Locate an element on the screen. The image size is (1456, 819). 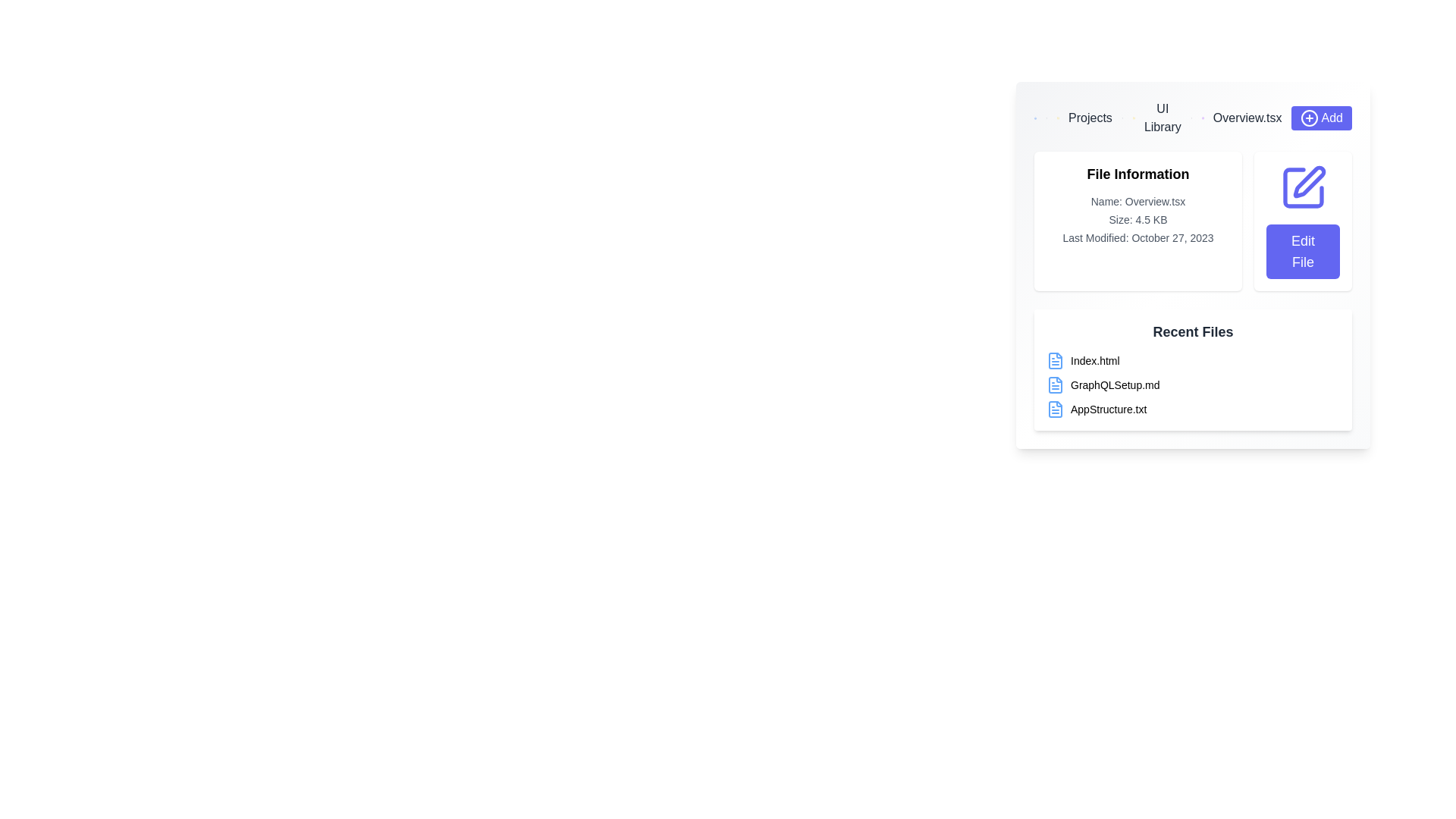
the text link displaying 'AppStructure.txt' in the recent files list at the bottom of the interface is located at coordinates (1109, 409).